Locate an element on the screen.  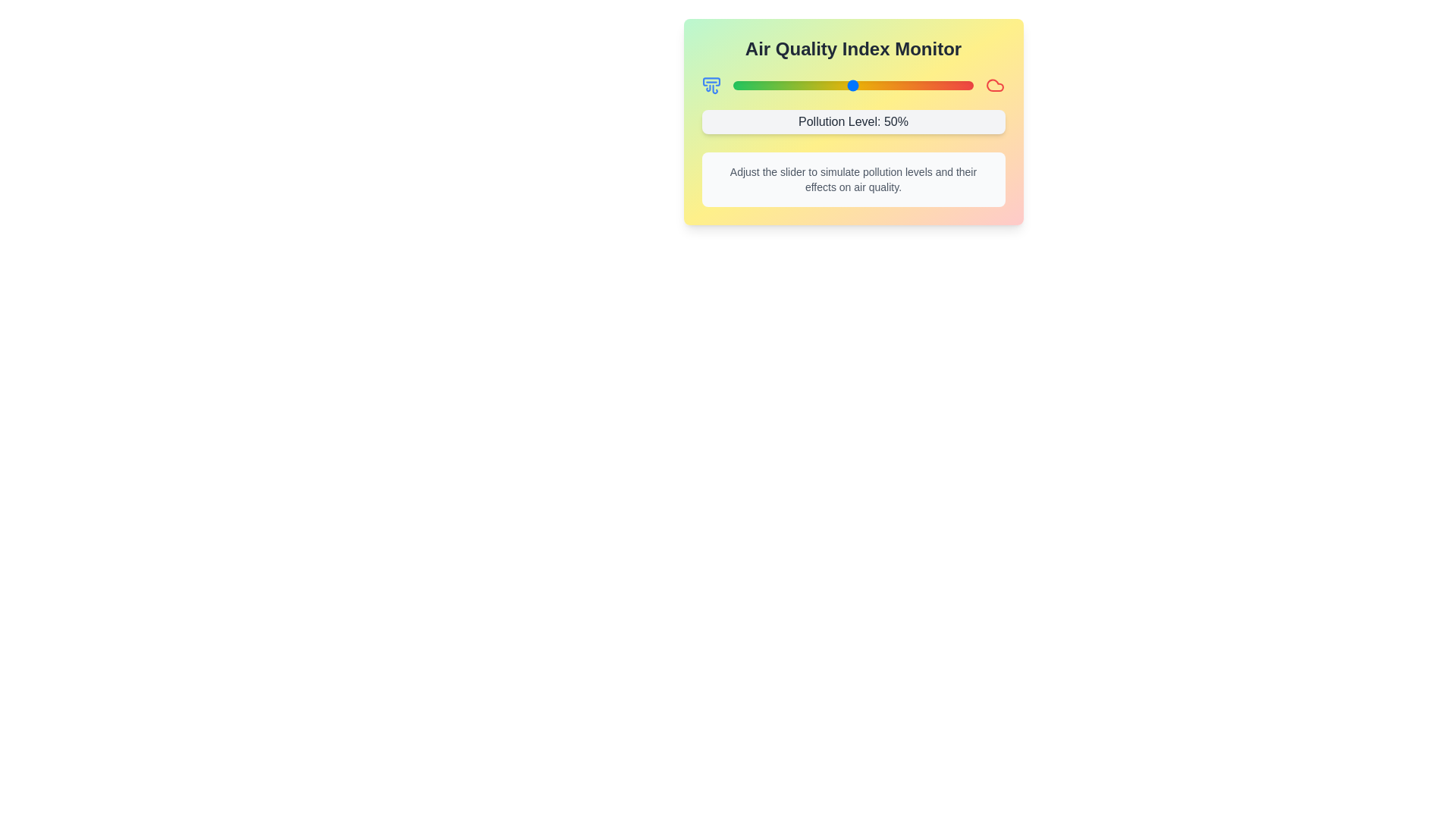
the pollution level slider to 95% is located at coordinates (961, 85).